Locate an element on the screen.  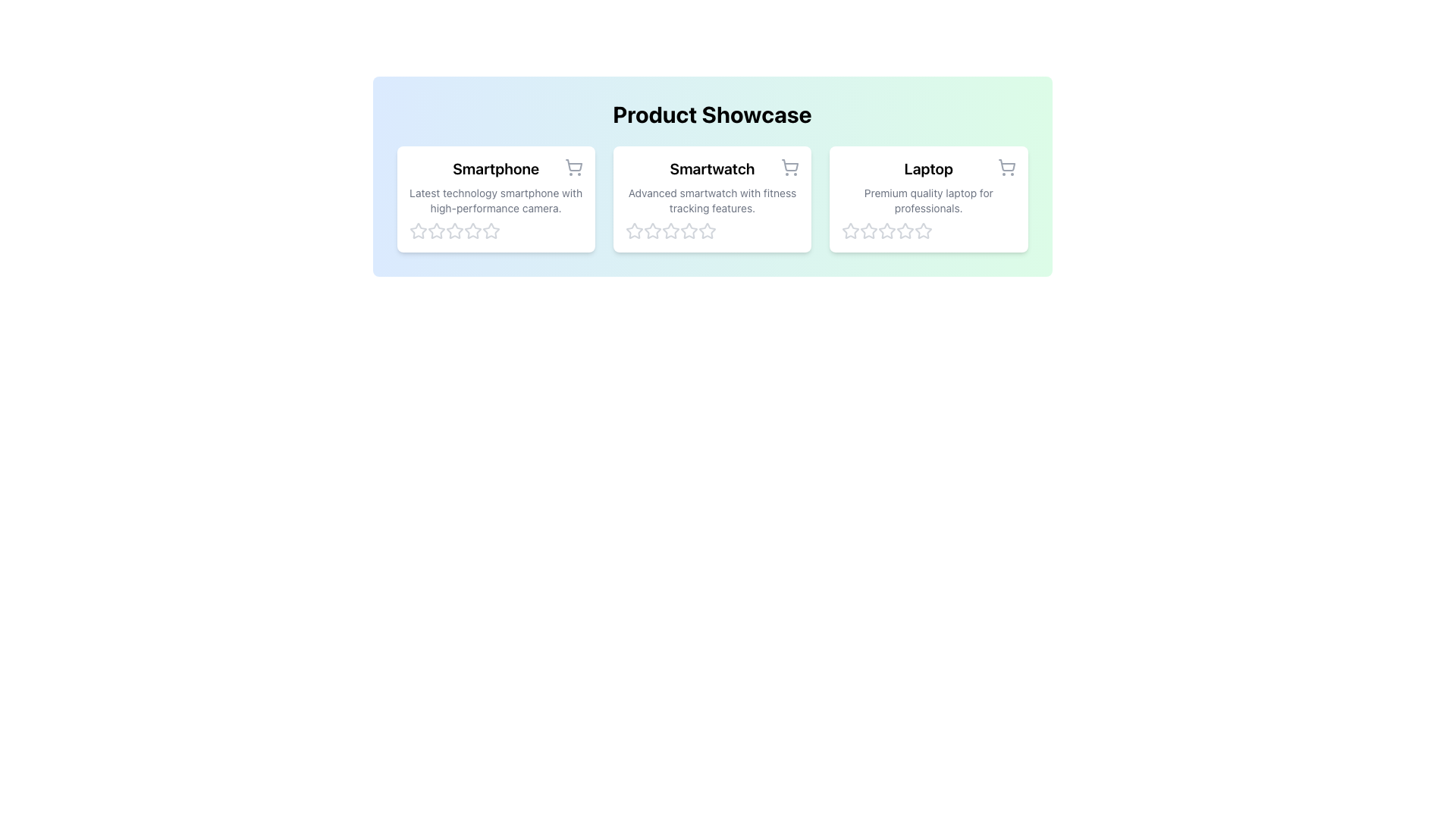
the fifth star button in the rating system under the 'Laptop' item in the third product card is located at coordinates (923, 231).